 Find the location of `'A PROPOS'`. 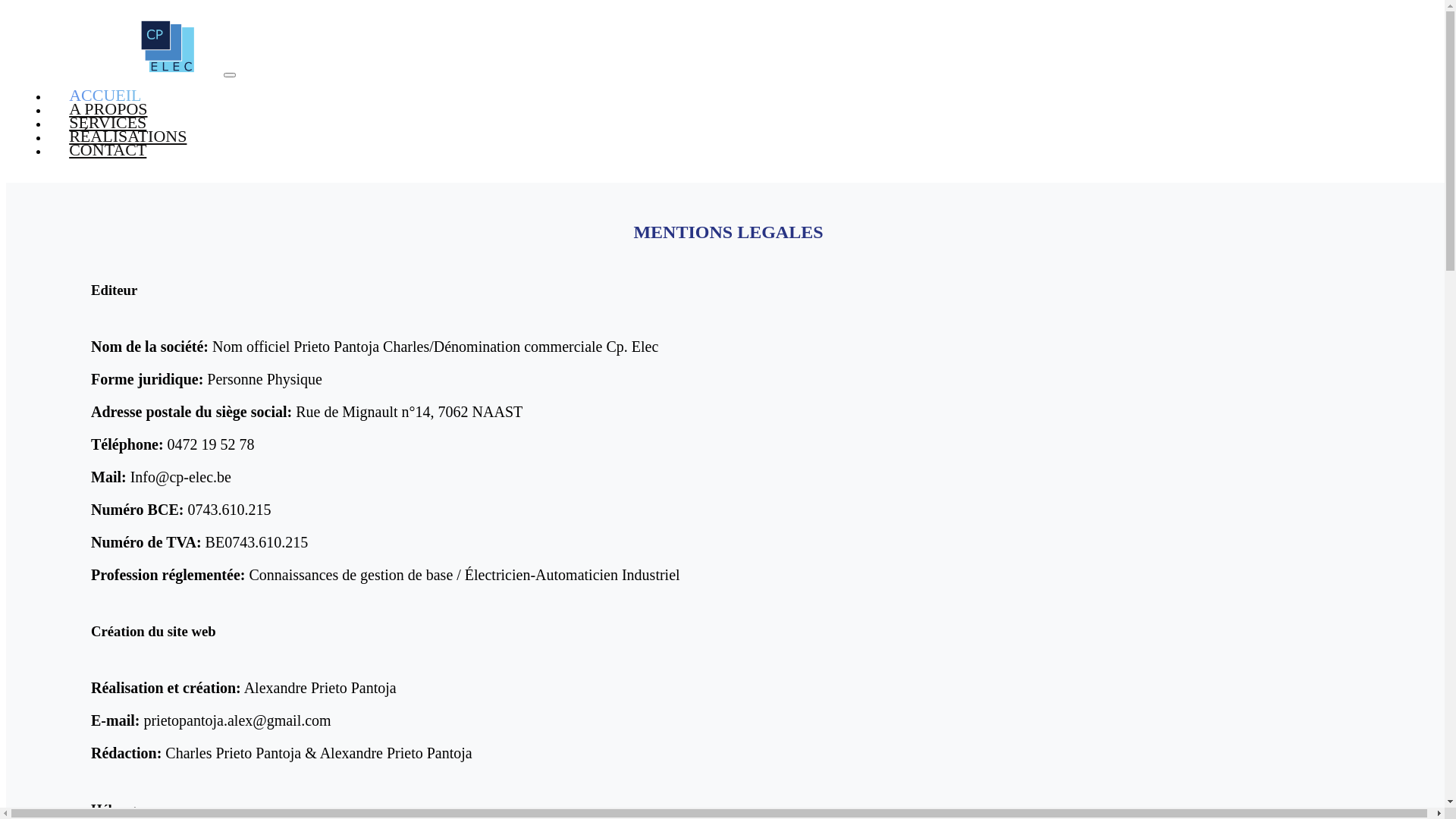

'A PROPOS' is located at coordinates (48, 108).